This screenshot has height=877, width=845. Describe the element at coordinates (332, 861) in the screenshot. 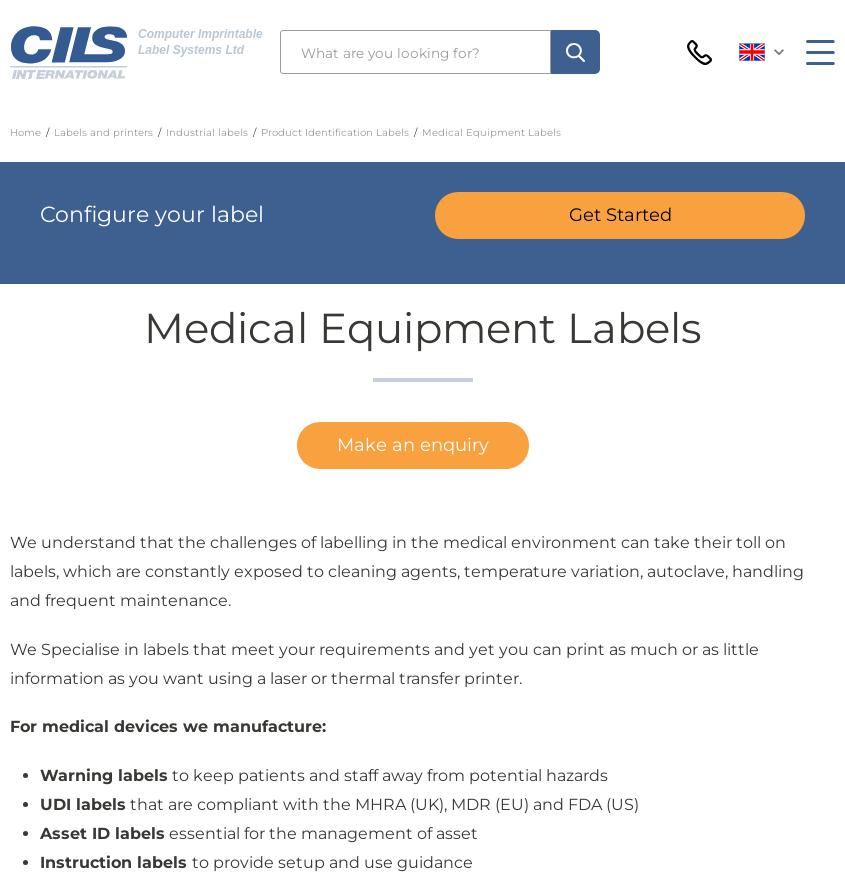

I see `'to provide setup and use guidance'` at that location.